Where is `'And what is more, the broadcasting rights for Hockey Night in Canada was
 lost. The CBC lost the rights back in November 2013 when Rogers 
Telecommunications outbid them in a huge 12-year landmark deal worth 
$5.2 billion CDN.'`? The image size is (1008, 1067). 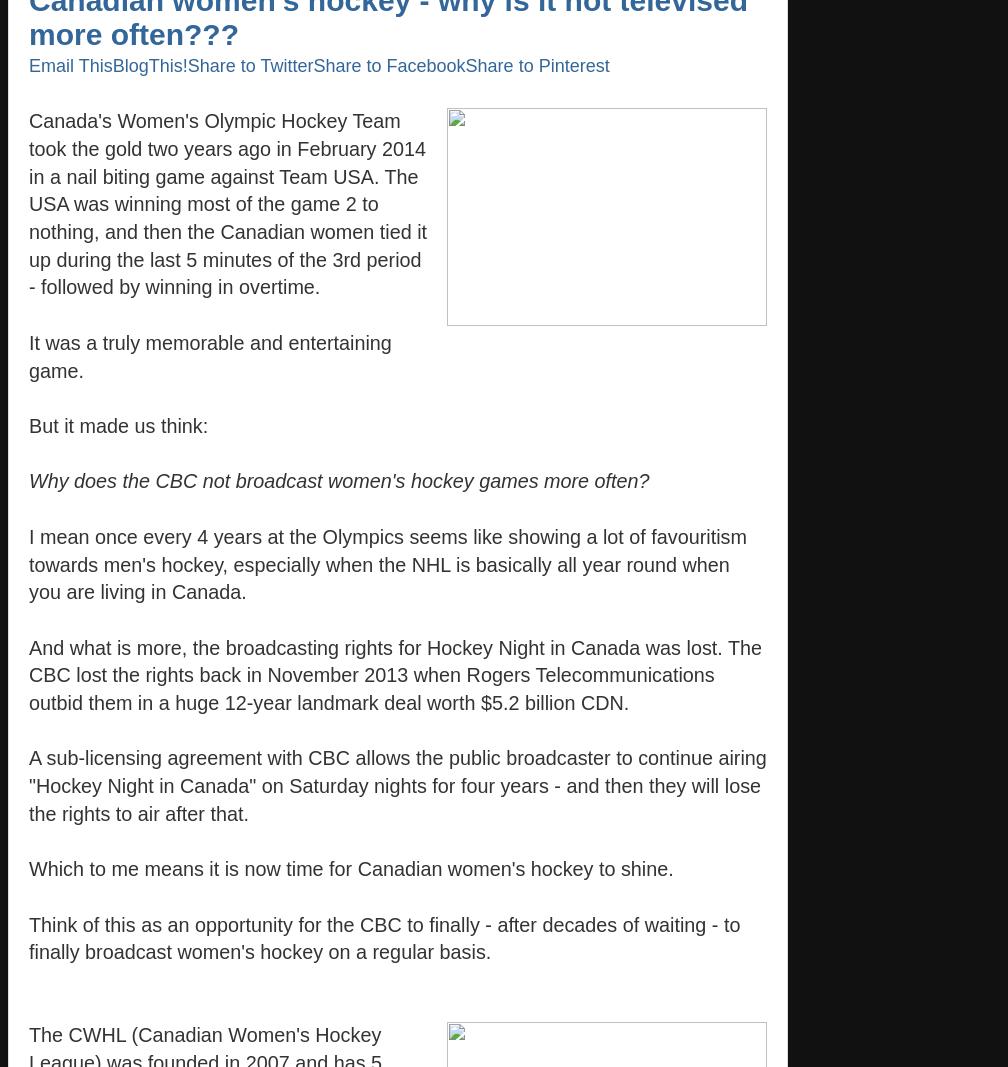 'And what is more, the broadcasting rights for Hockey Night in Canada was
 lost. The CBC lost the rights back in November 2013 when Rogers 
Telecommunications outbid them in a huge 12-year landmark deal worth 
$5.2 billion CDN.' is located at coordinates (29, 674).